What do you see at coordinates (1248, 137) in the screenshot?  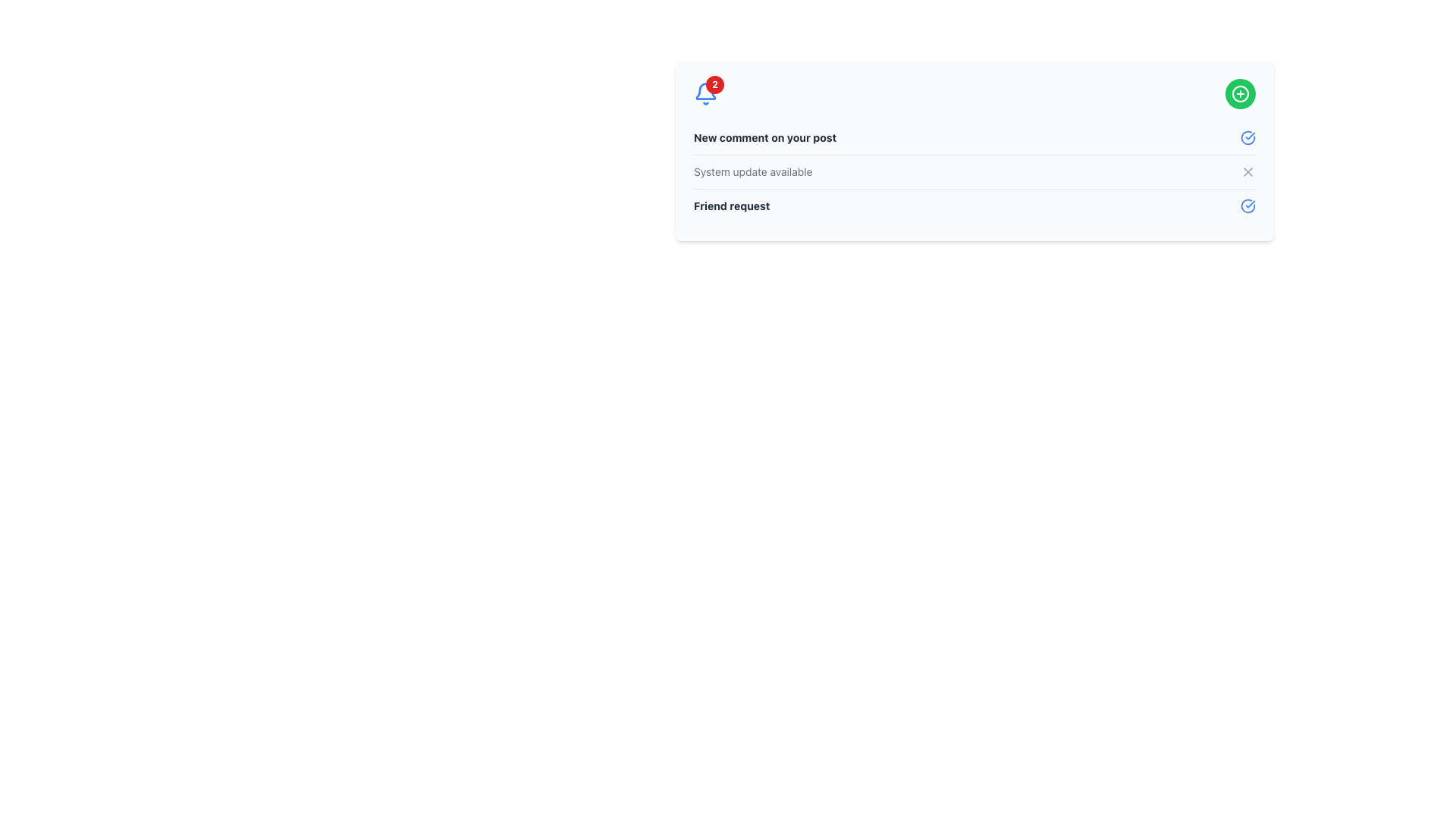 I see `the interactive confirmation icon button located to the far right of the text 'New comment on your post'` at bounding box center [1248, 137].